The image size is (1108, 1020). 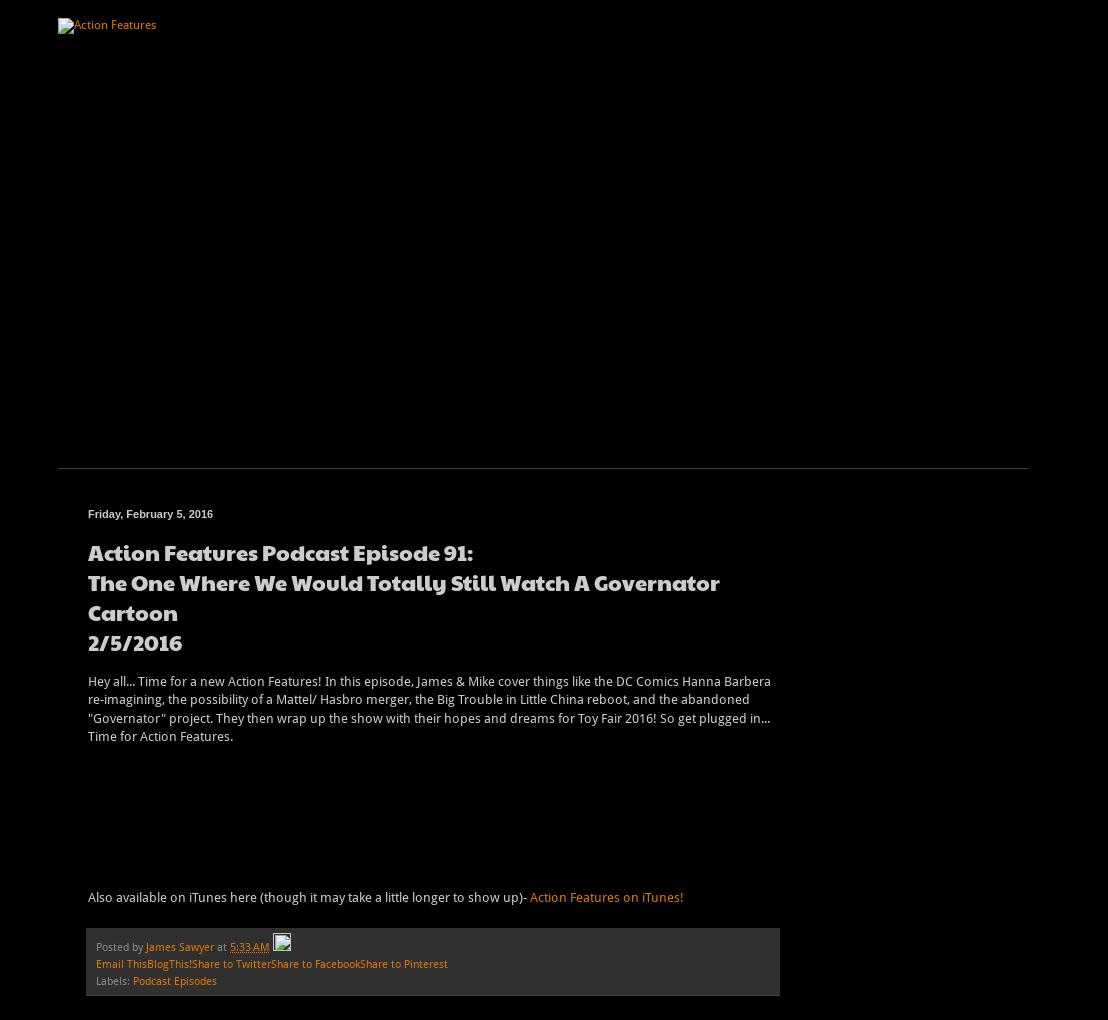 What do you see at coordinates (223, 945) in the screenshot?
I see `'at'` at bounding box center [223, 945].